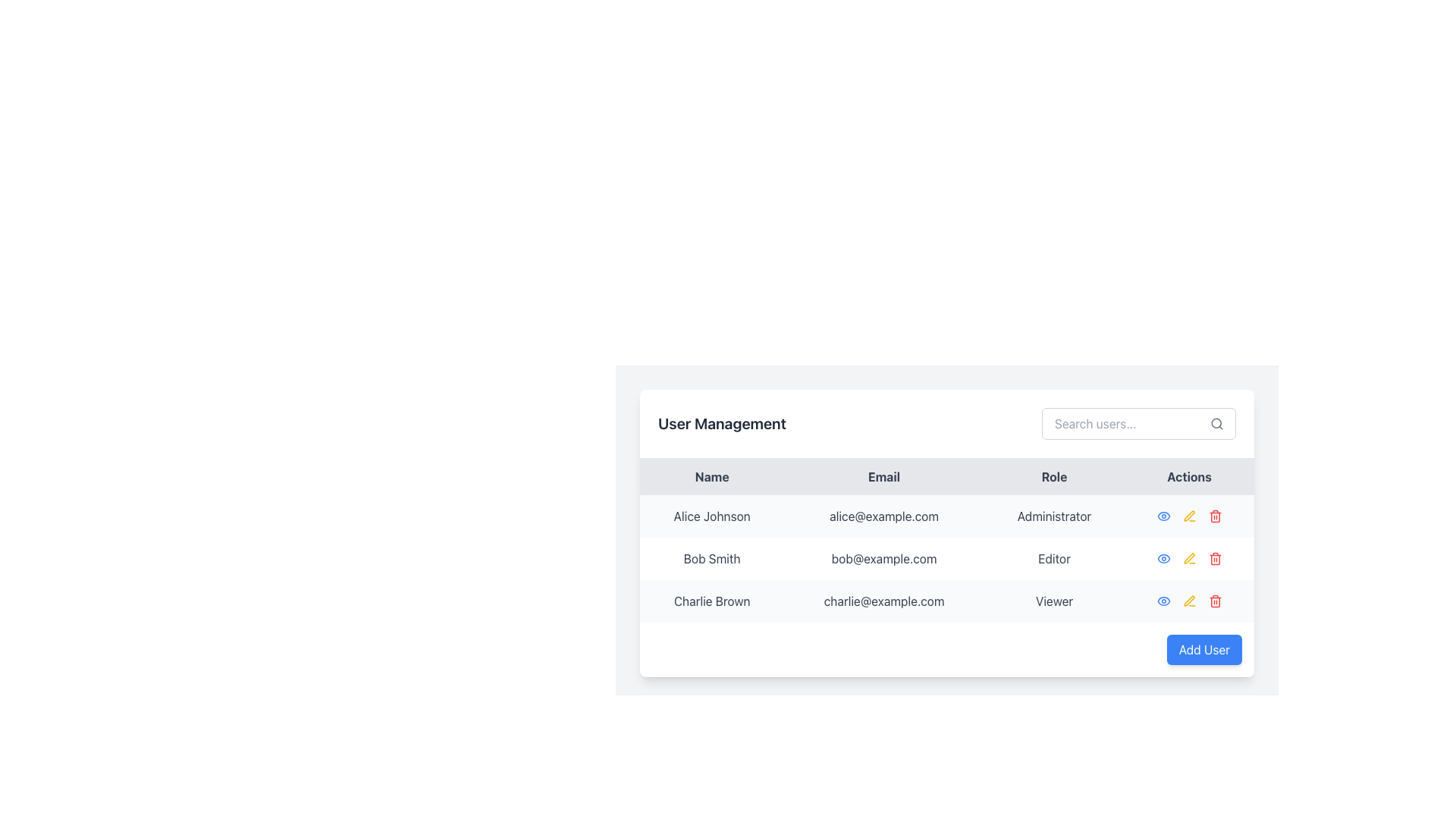 The height and width of the screenshot is (819, 1456). Describe the element at coordinates (1216, 424) in the screenshot. I see `the magnifying glass icon located at the top-right corner inside the search input field to initiate a search` at that location.